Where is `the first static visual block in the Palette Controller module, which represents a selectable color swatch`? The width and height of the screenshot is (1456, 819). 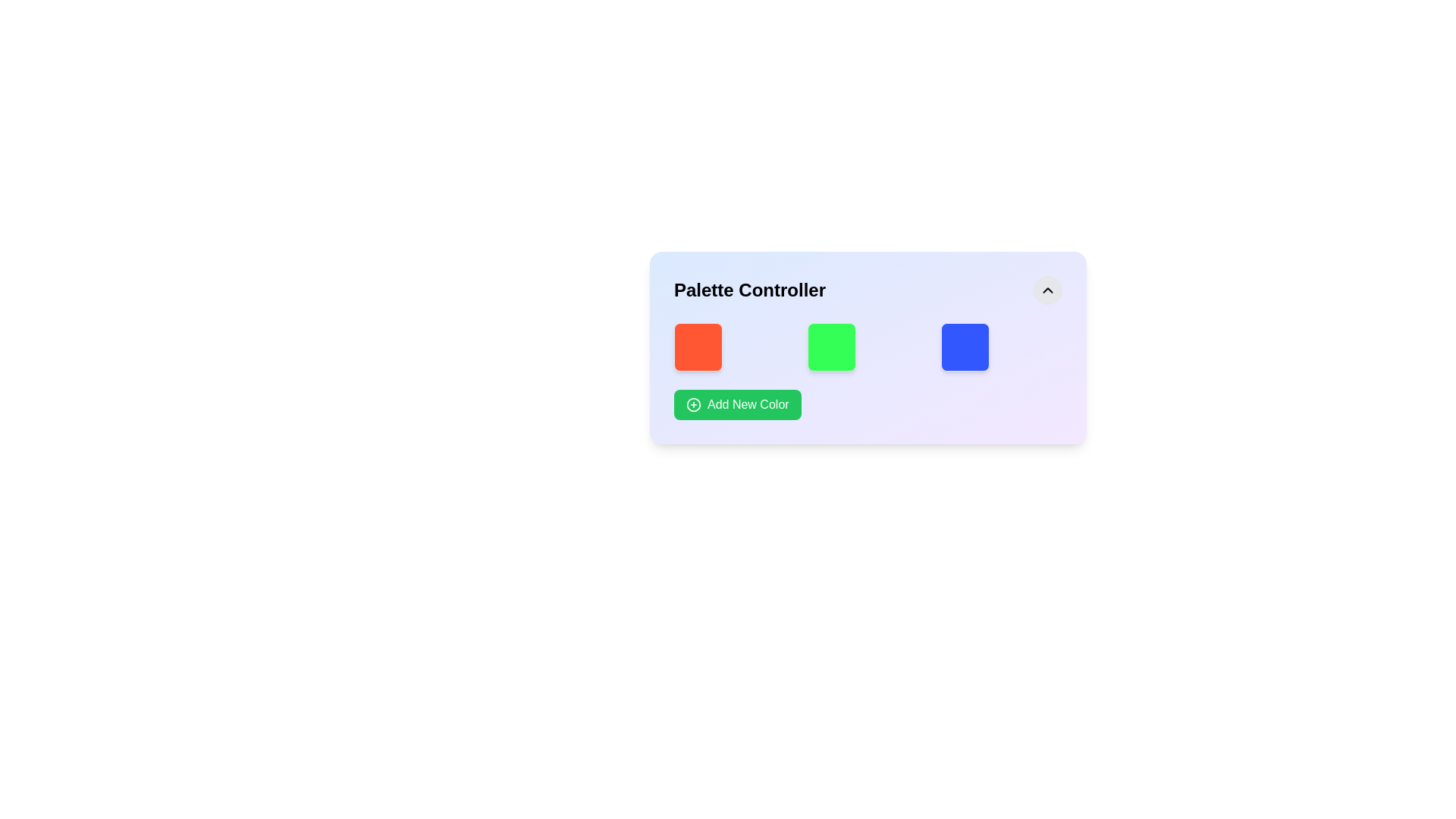
the first static visual block in the Palette Controller module, which represents a selectable color swatch is located at coordinates (698, 347).